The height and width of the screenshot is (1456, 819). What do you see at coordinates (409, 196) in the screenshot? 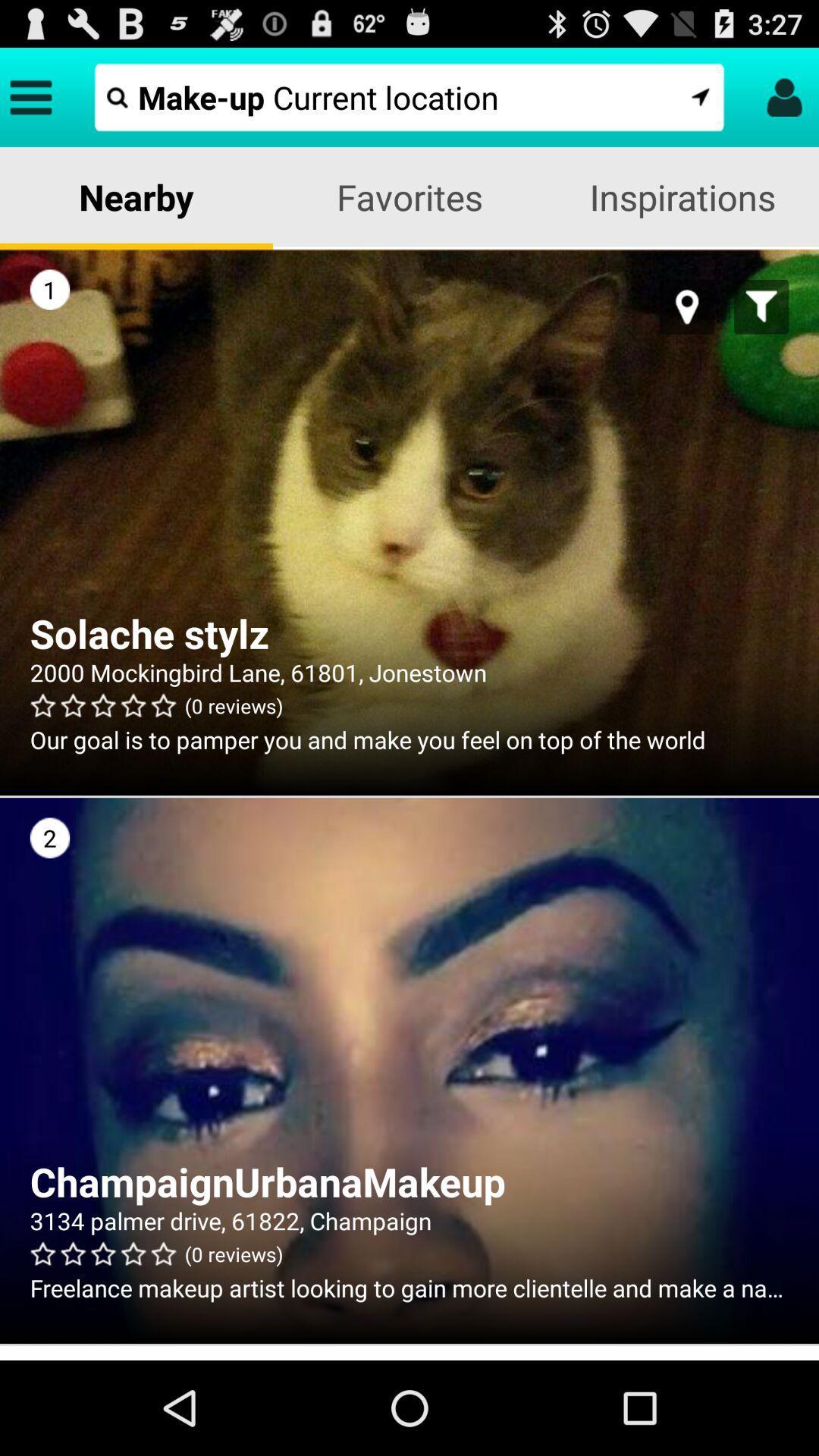
I see `icon next to the nearby item` at bounding box center [409, 196].